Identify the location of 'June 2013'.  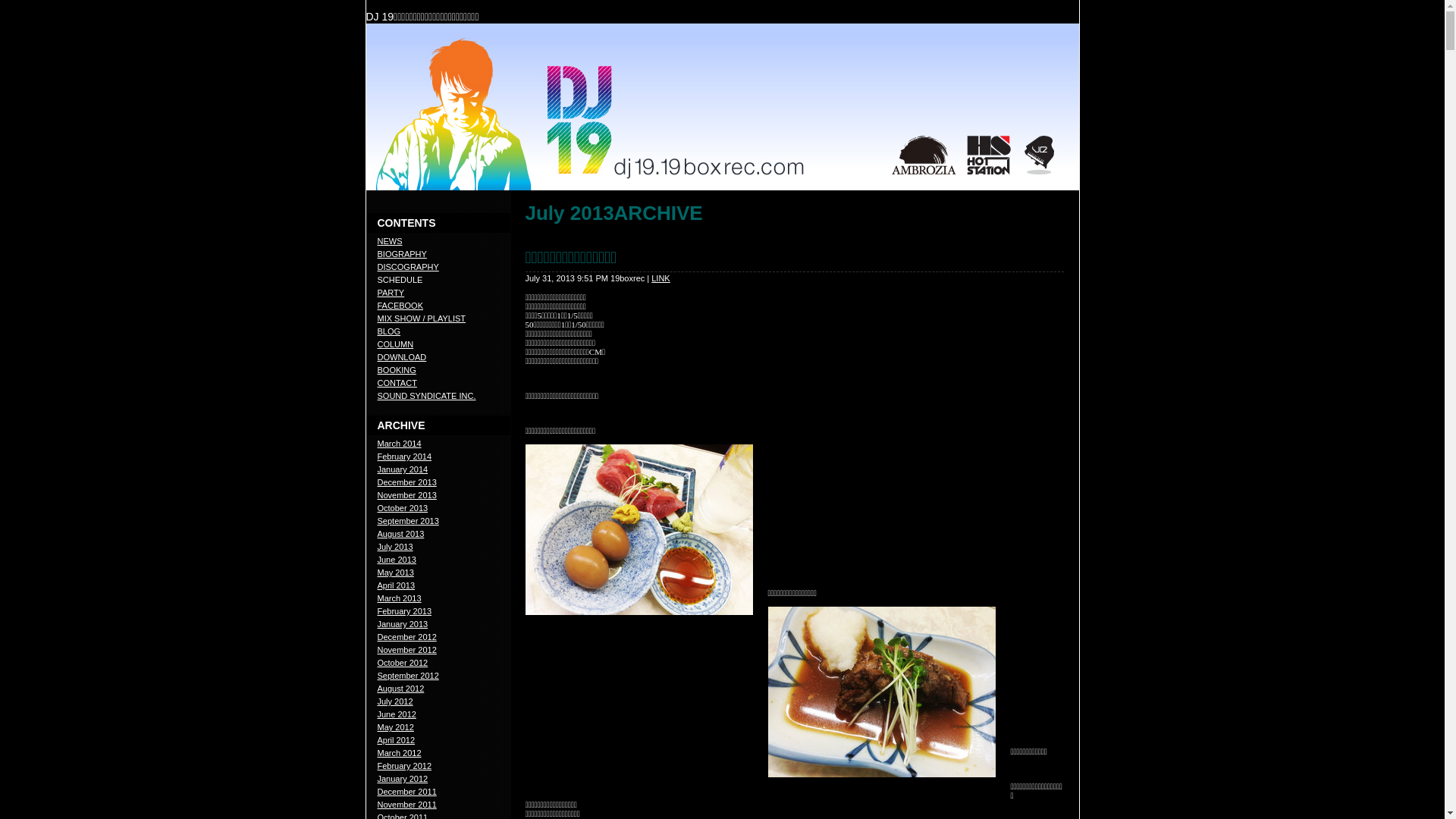
(397, 559).